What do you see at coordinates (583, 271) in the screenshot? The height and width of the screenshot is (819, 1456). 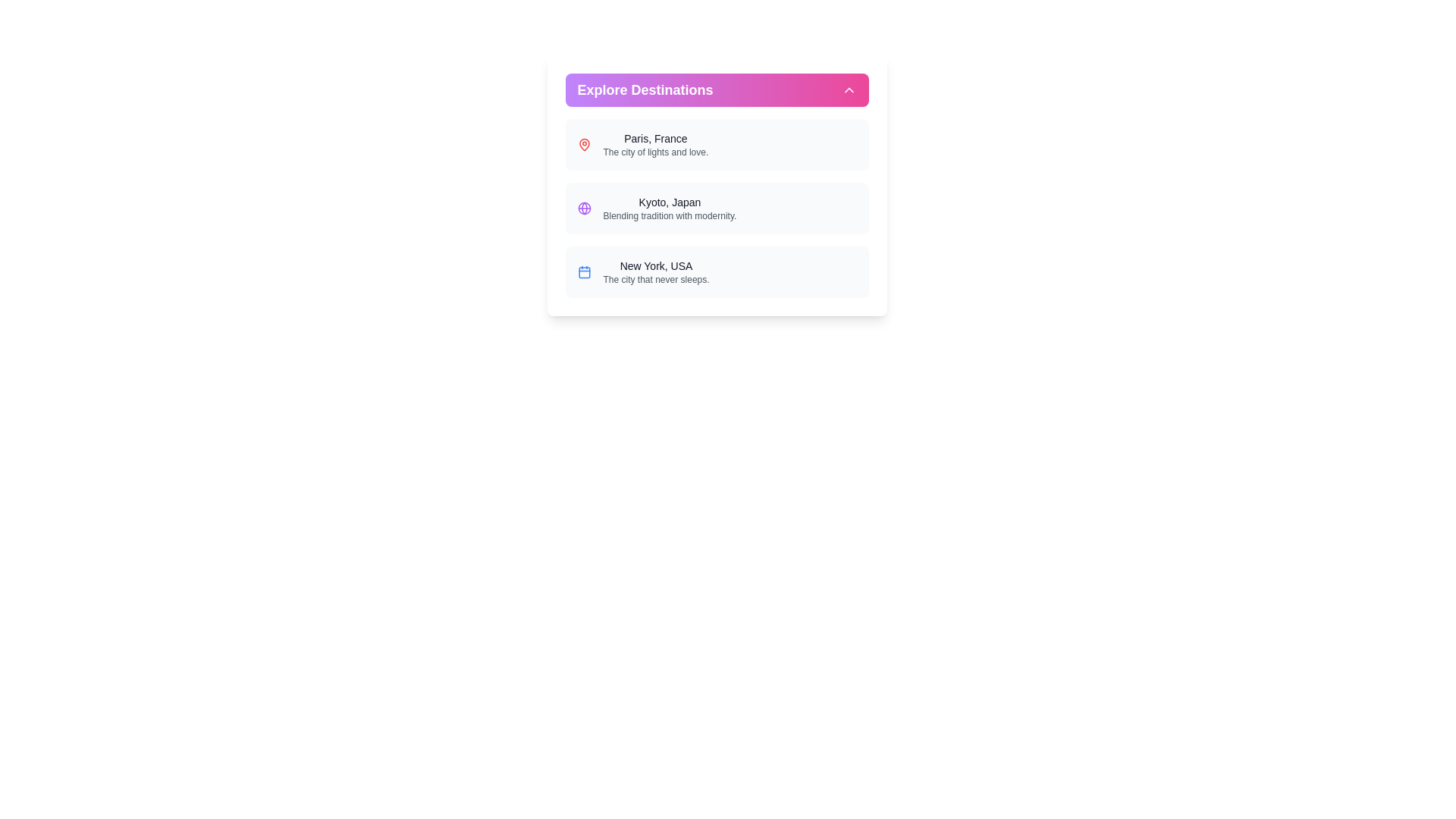 I see `the square internal component of the calendar icon, which is the third item in a vertical list of icons` at bounding box center [583, 271].